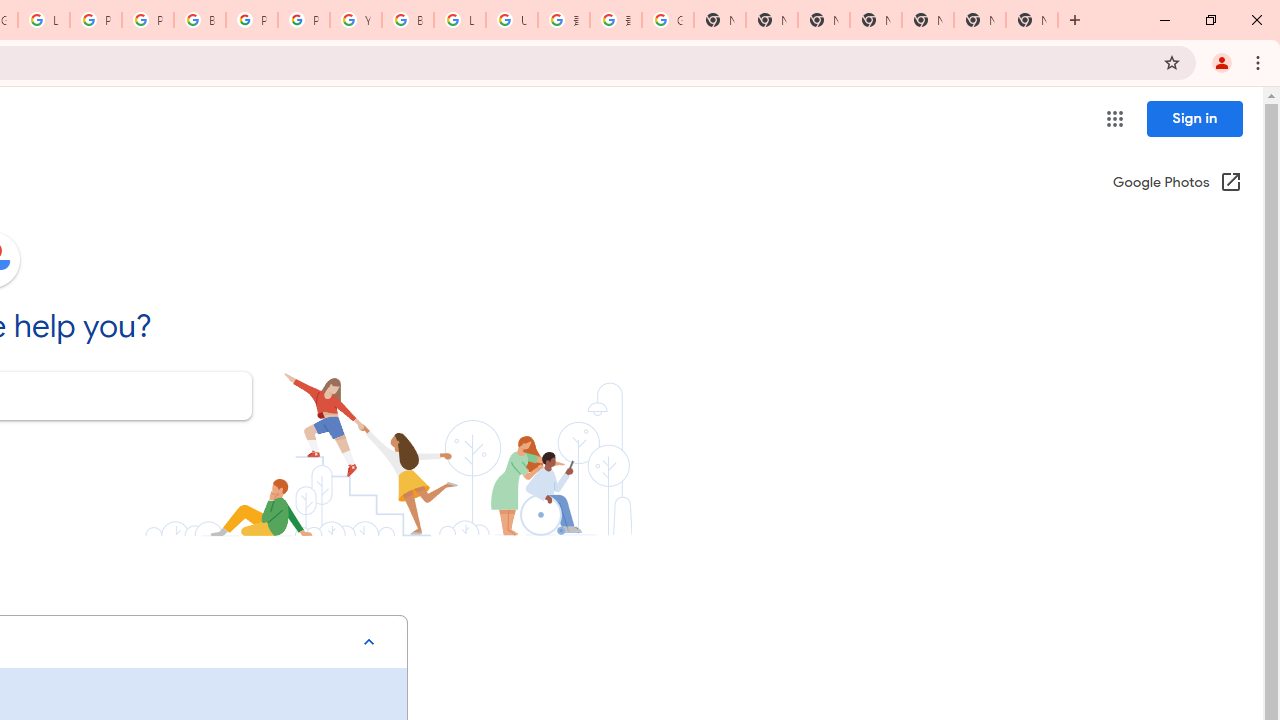 This screenshot has height=720, width=1280. Describe the element at coordinates (95, 20) in the screenshot. I see `'Privacy Help Center - Policies Help'` at that location.